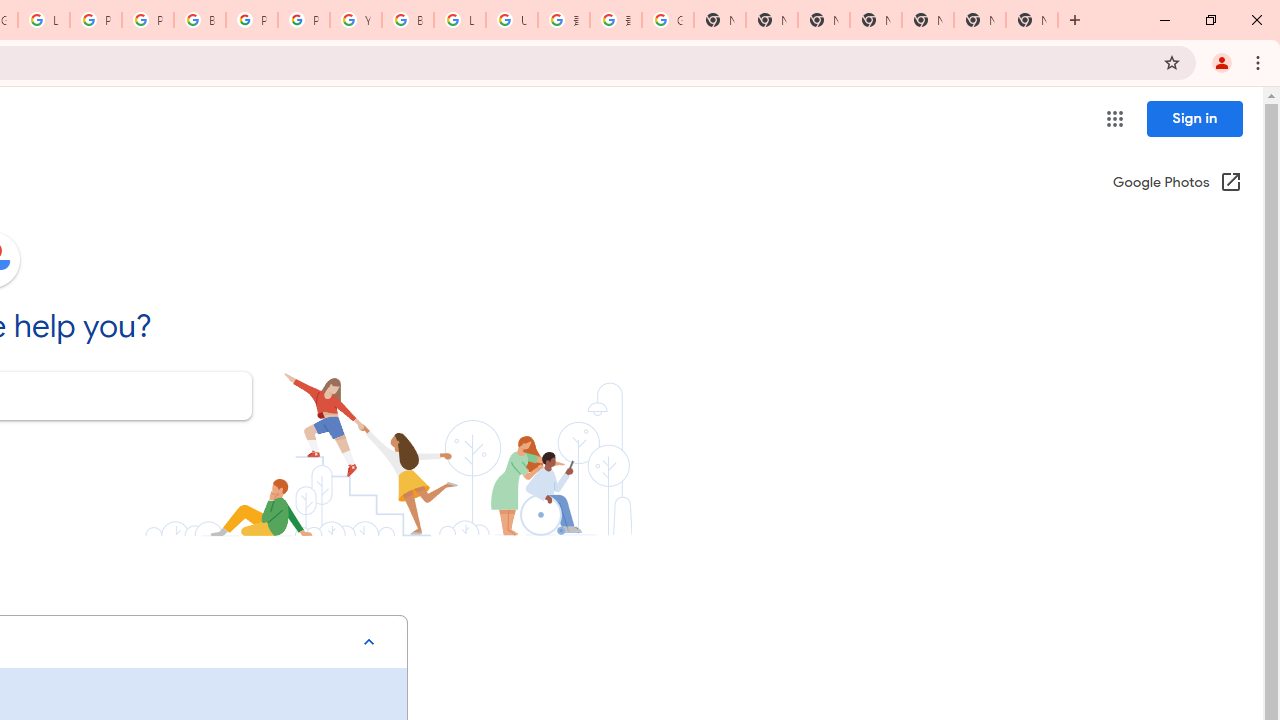 This screenshot has height=720, width=1280. Describe the element at coordinates (95, 20) in the screenshot. I see `'Privacy Help Center - Policies Help'` at that location.